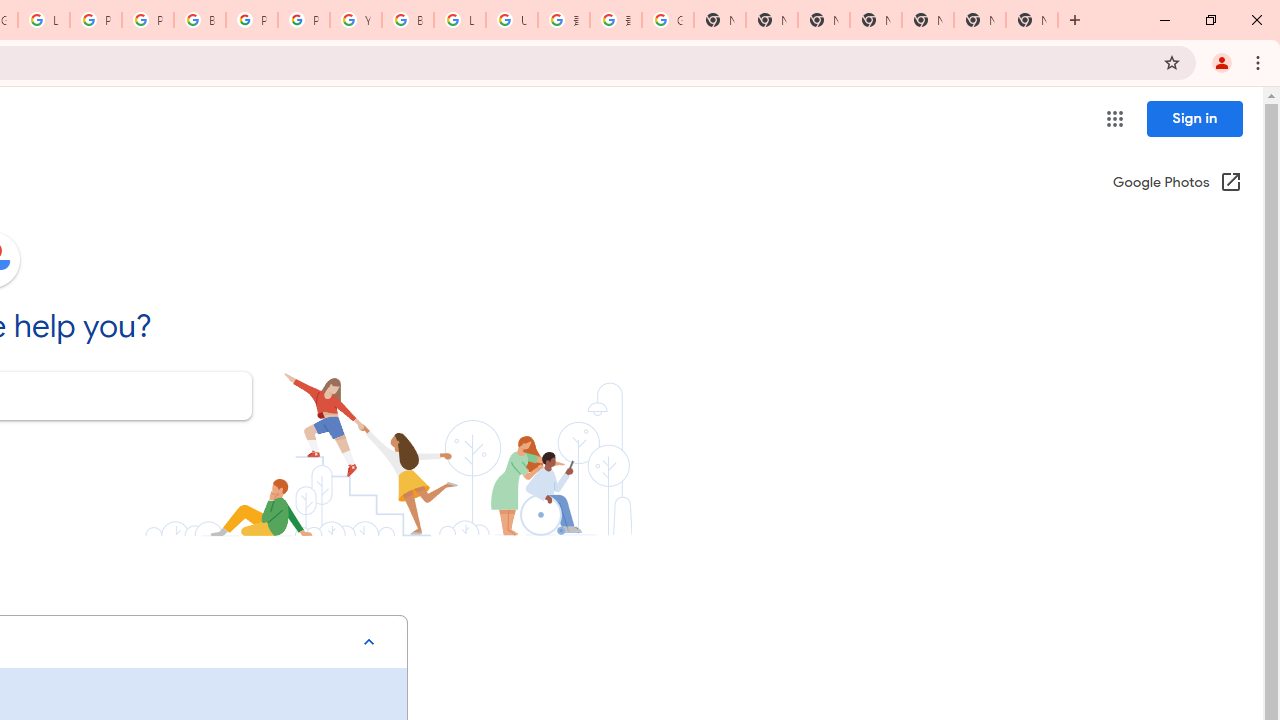 This screenshot has height=720, width=1280. Describe the element at coordinates (95, 20) in the screenshot. I see `'Privacy Help Center - Policies Help'` at that location.